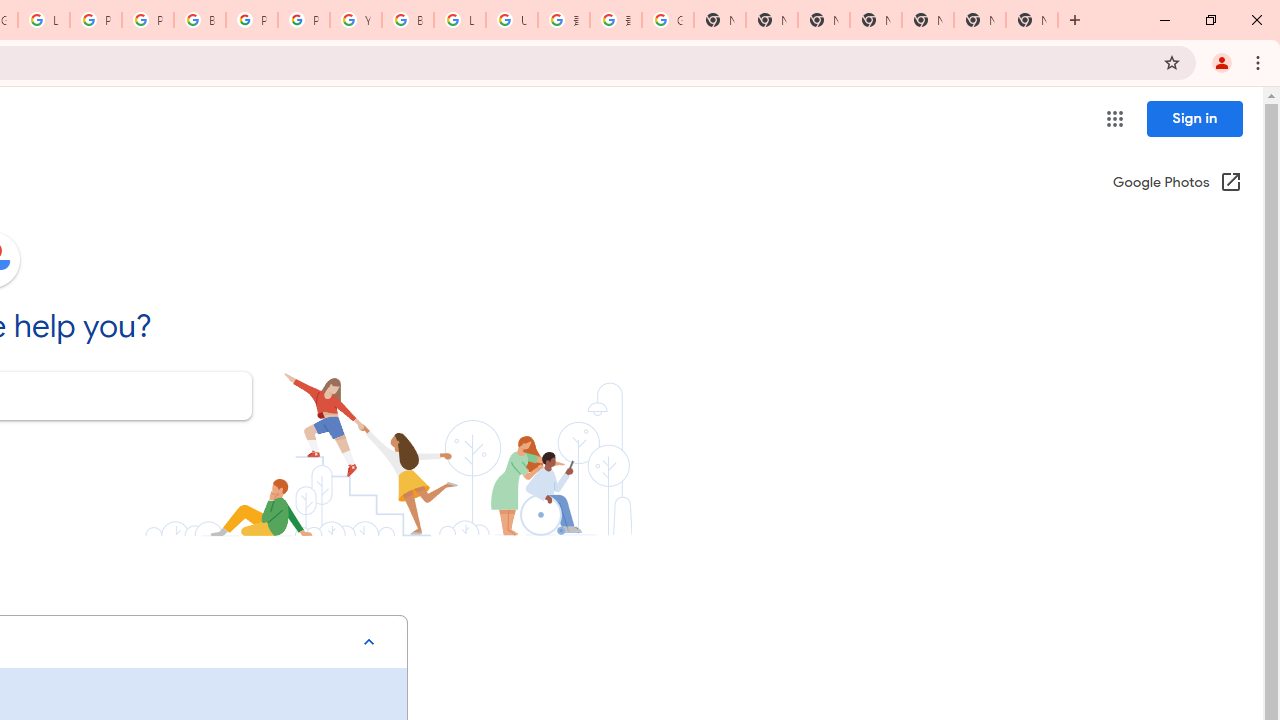 This screenshot has height=720, width=1280. Describe the element at coordinates (95, 20) in the screenshot. I see `'Privacy Help Center - Policies Help'` at that location.